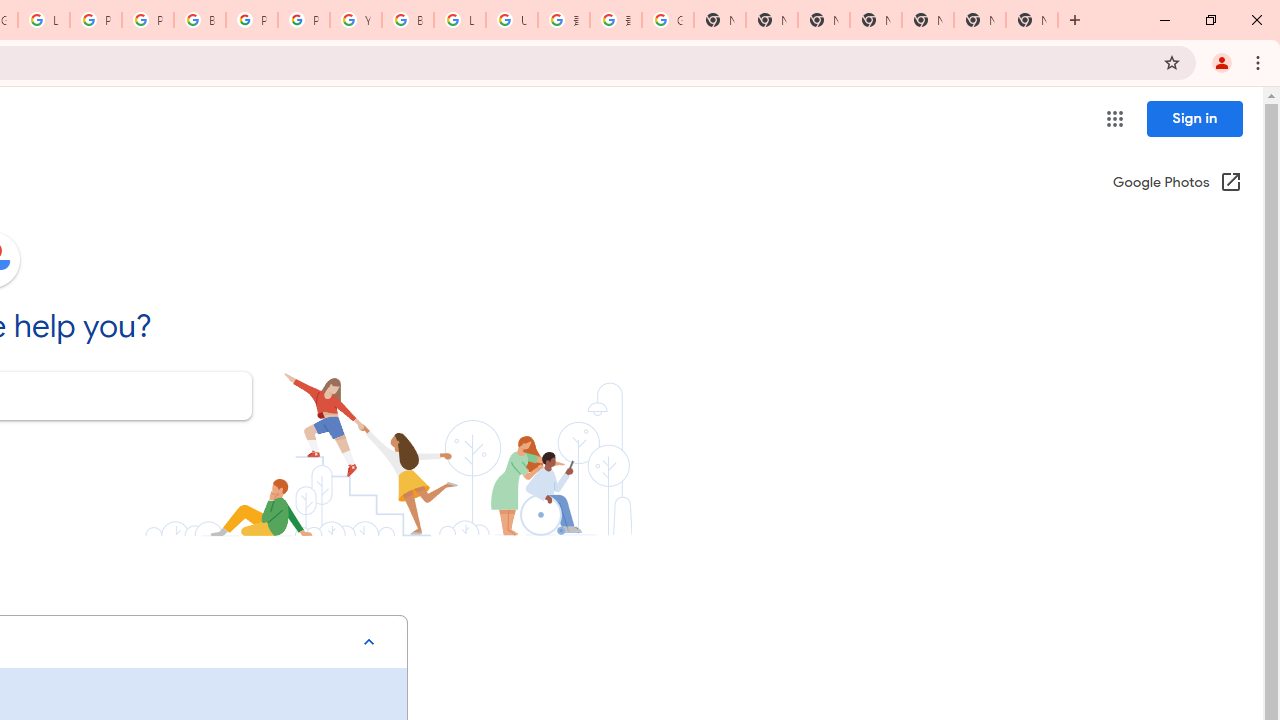 This screenshot has height=720, width=1280. Describe the element at coordinates (95, 20) in the screenshot. I see `'Privacy Help Center - Policies Help'` at that location.